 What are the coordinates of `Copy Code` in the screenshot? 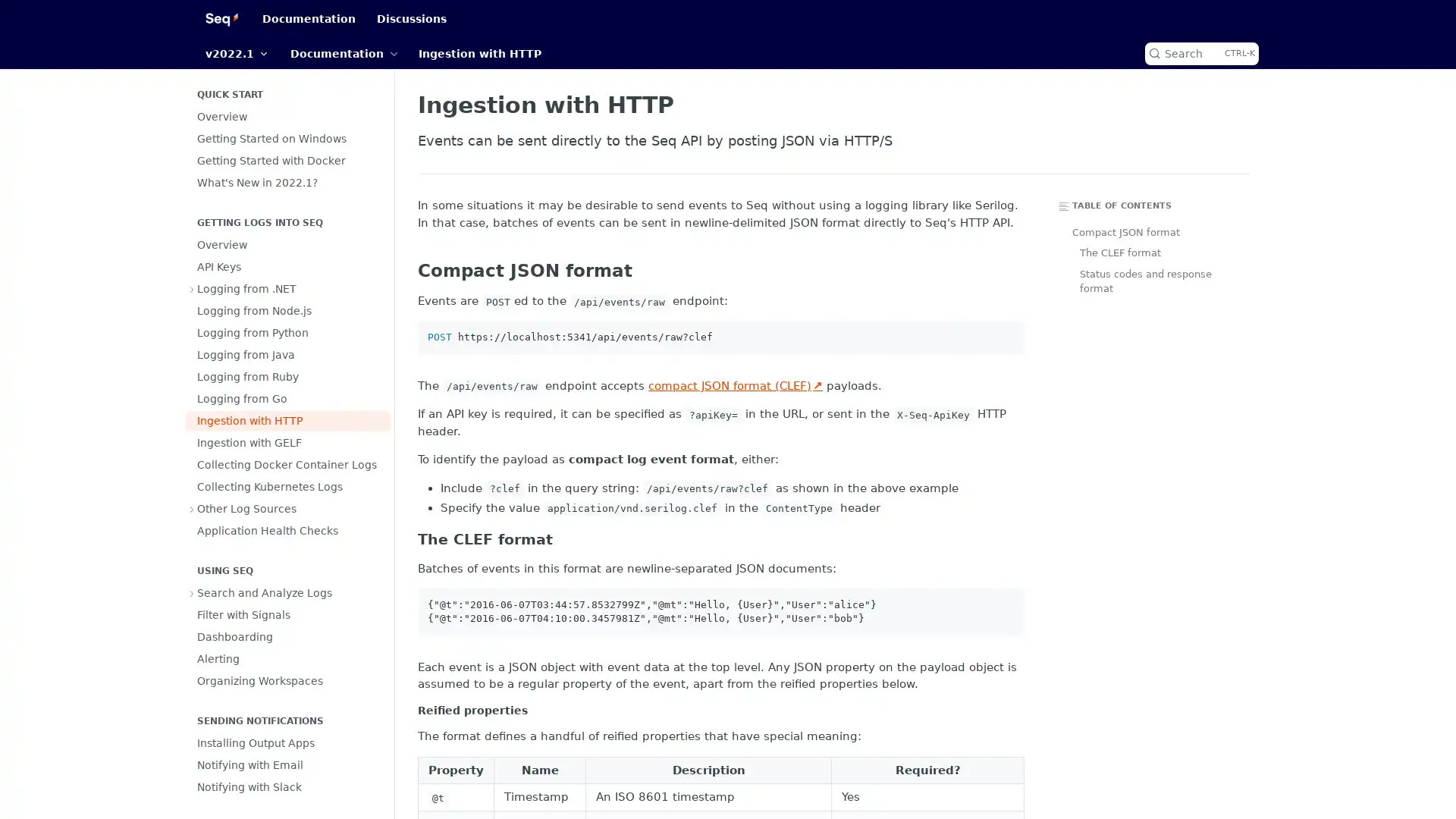 It's located at (1007, 336).